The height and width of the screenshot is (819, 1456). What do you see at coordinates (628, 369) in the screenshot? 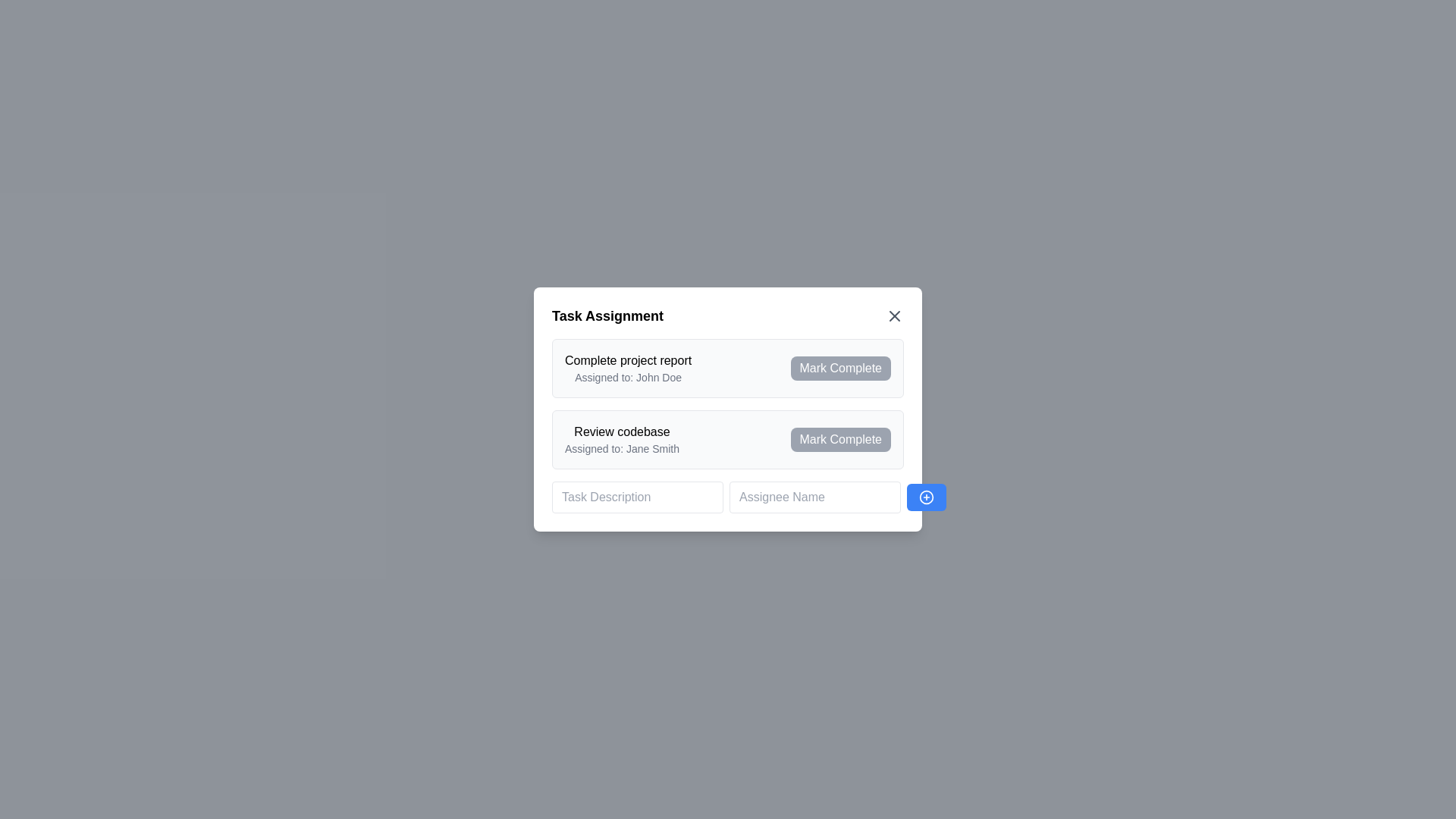
I see `the text display element that shows the title and assignee information for a specific task, which is located above the 'Mark Complete' button in the task card layout` at bounding box center [628, 369].